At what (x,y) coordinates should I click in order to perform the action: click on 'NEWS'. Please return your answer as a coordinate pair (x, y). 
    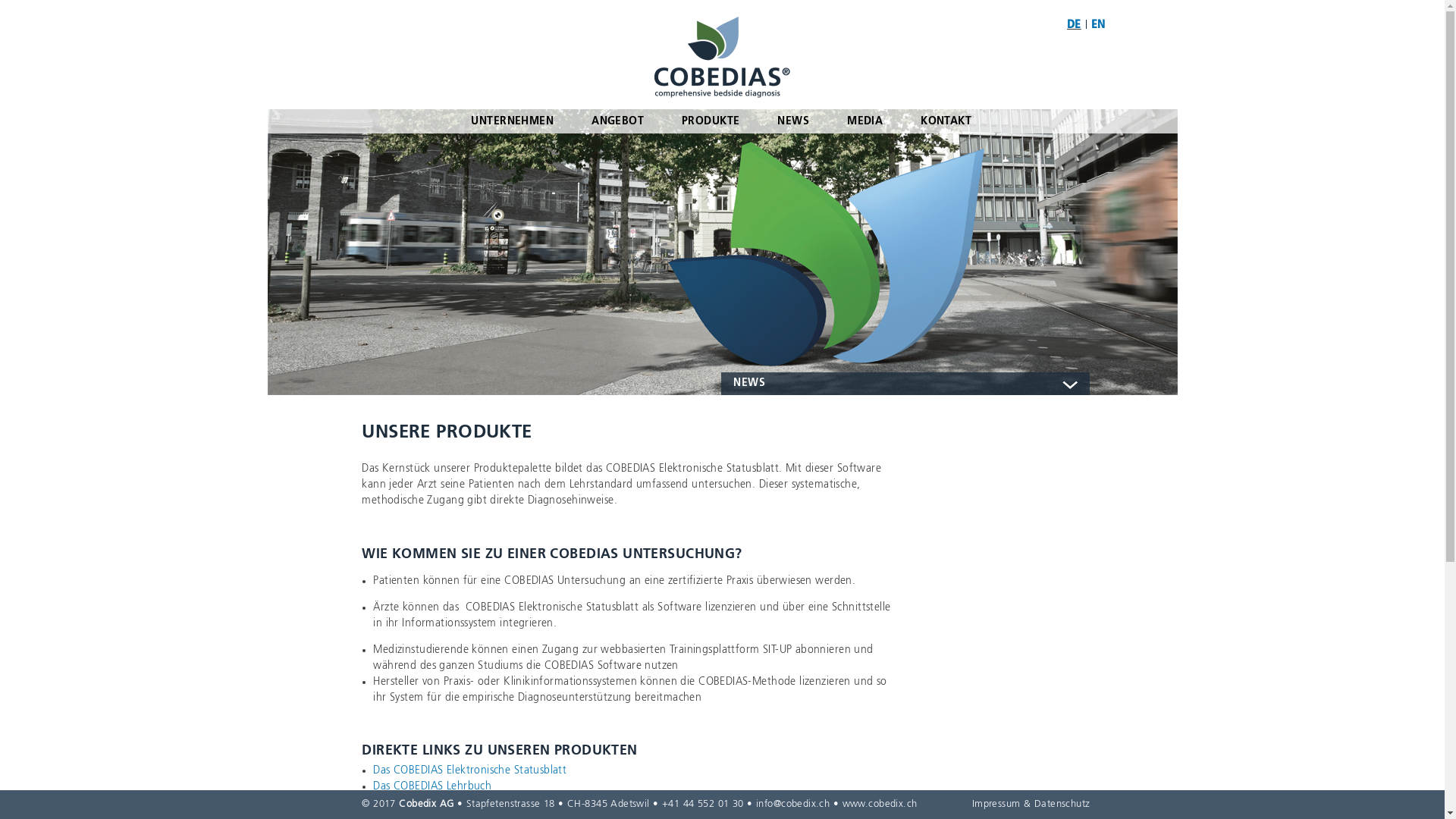
    Looking at the image, I should click on (792, 120).